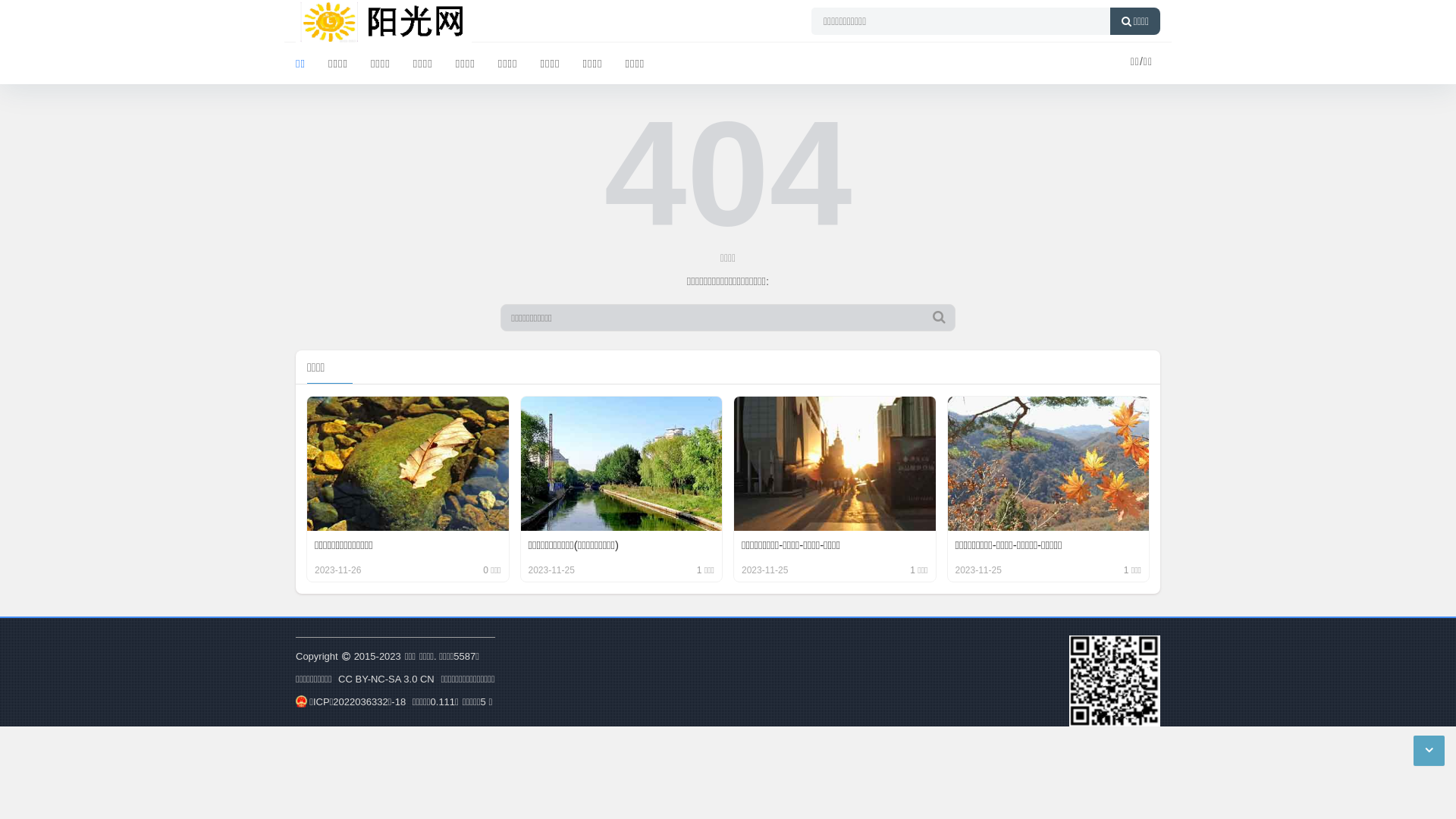 This screenshot has width=1456, height=819. Describe the element at coordinates (337, 678) in the screenshot. I see `'CC BY-NC-SA 3.0 CN'` at that location.